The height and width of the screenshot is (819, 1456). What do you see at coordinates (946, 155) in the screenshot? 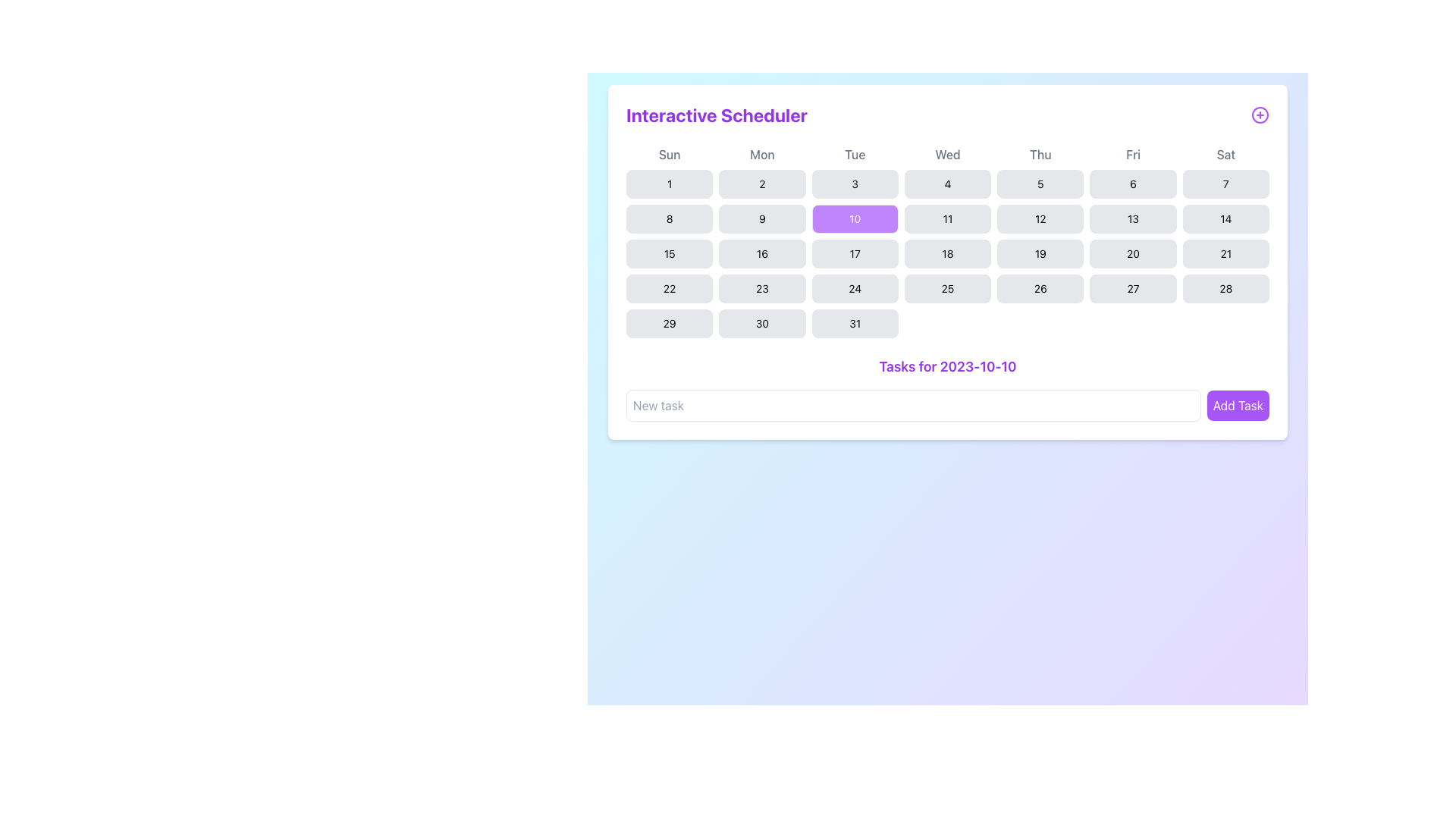
I see `the label representing 'Wed' which indicates the Wednesday column in the calendar interface` at bounding box center [946, 155].